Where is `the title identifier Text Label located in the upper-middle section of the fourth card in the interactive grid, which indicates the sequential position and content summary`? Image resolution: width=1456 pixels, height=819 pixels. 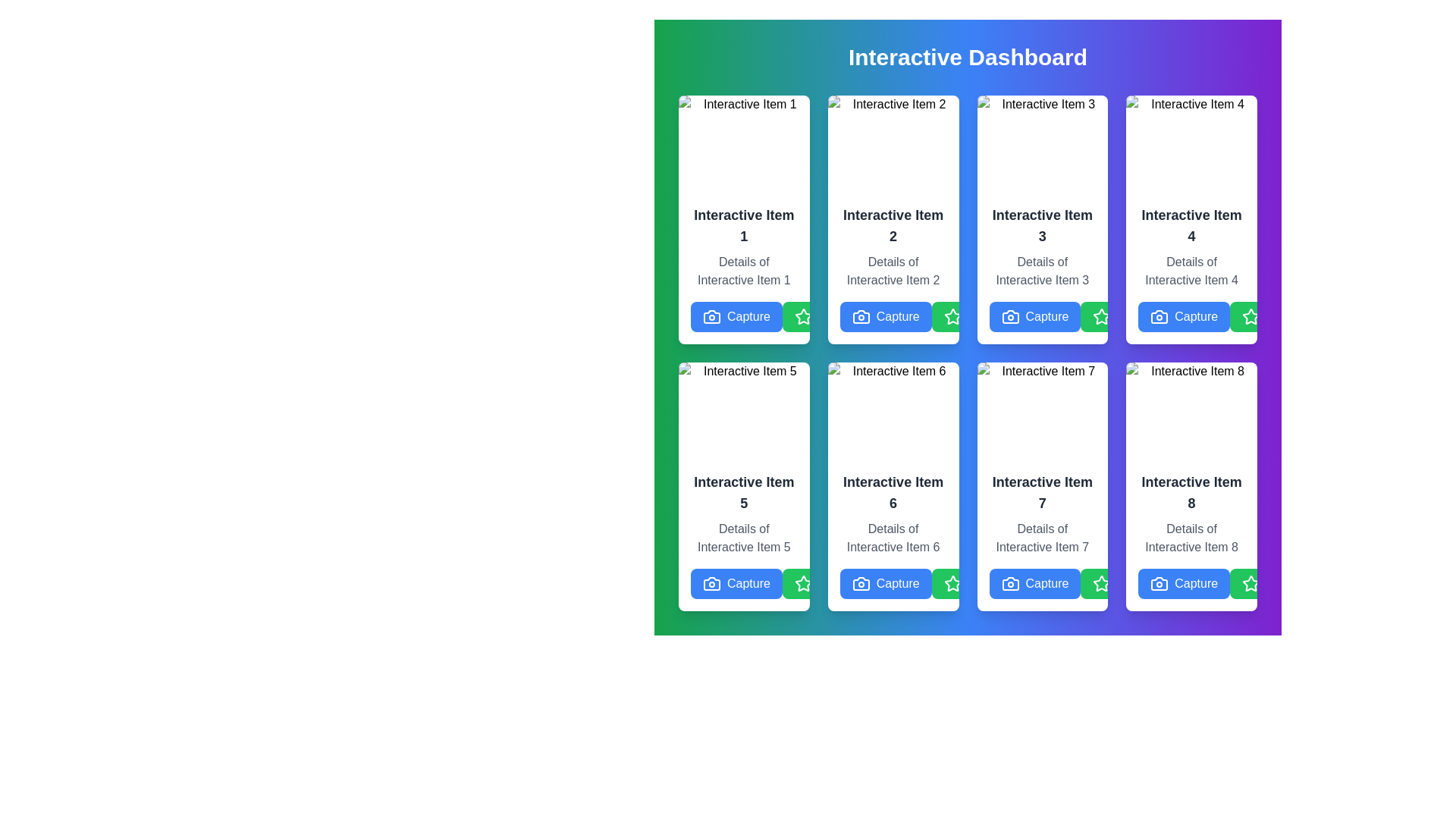
the title identifier Text Label located in the upper-middle section of the fourth card in the interactive grid, which indicates the sequential position and content summary is located at coordinates (1191, 225).